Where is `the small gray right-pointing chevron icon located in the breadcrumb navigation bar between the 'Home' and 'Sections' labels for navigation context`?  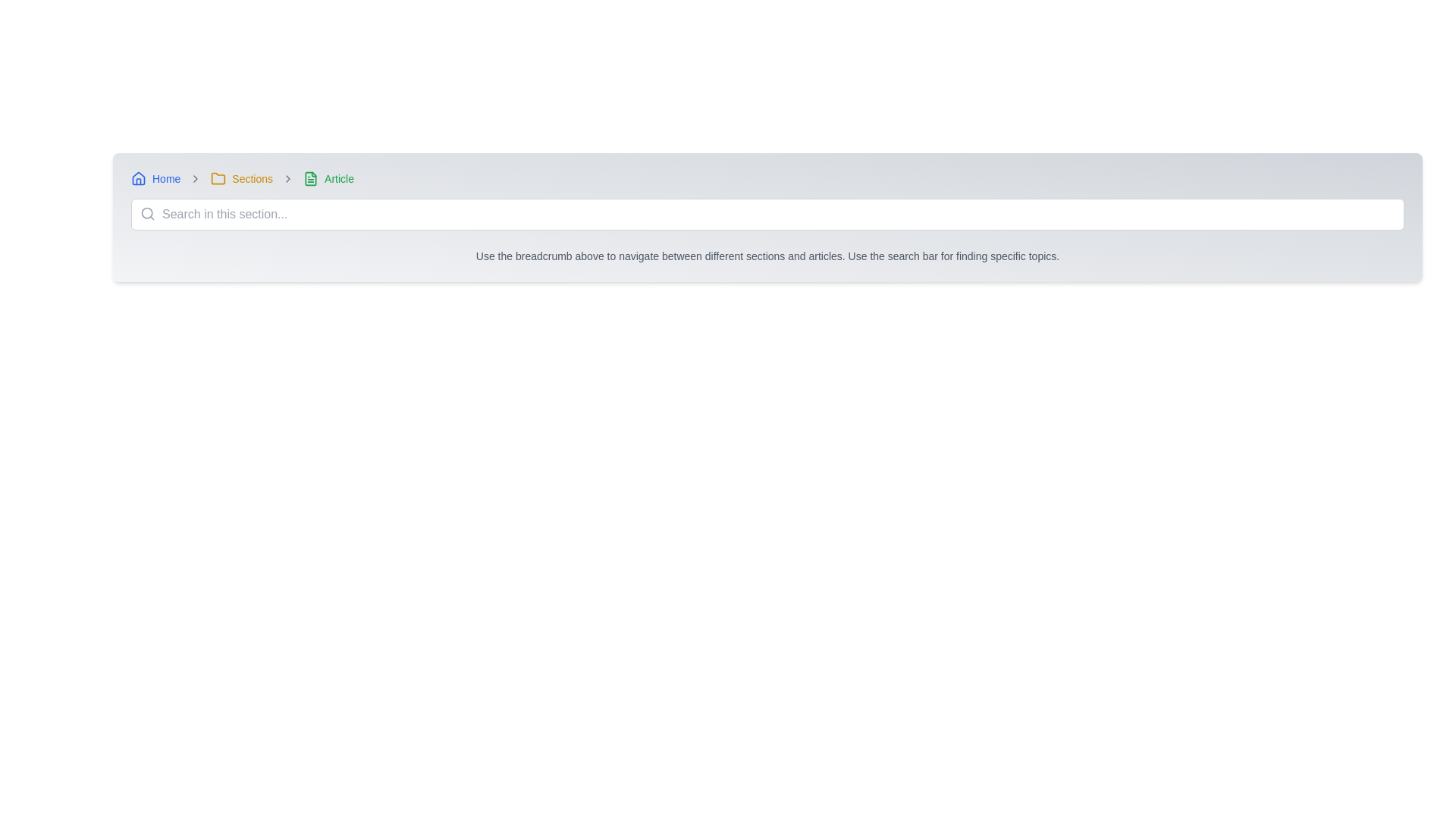 the small gray right-pointing chevron icon located in the breadcrumb navigation bar between the 'Home' and 'Sections' labels for navigation context is located at coordinates (195, 177).